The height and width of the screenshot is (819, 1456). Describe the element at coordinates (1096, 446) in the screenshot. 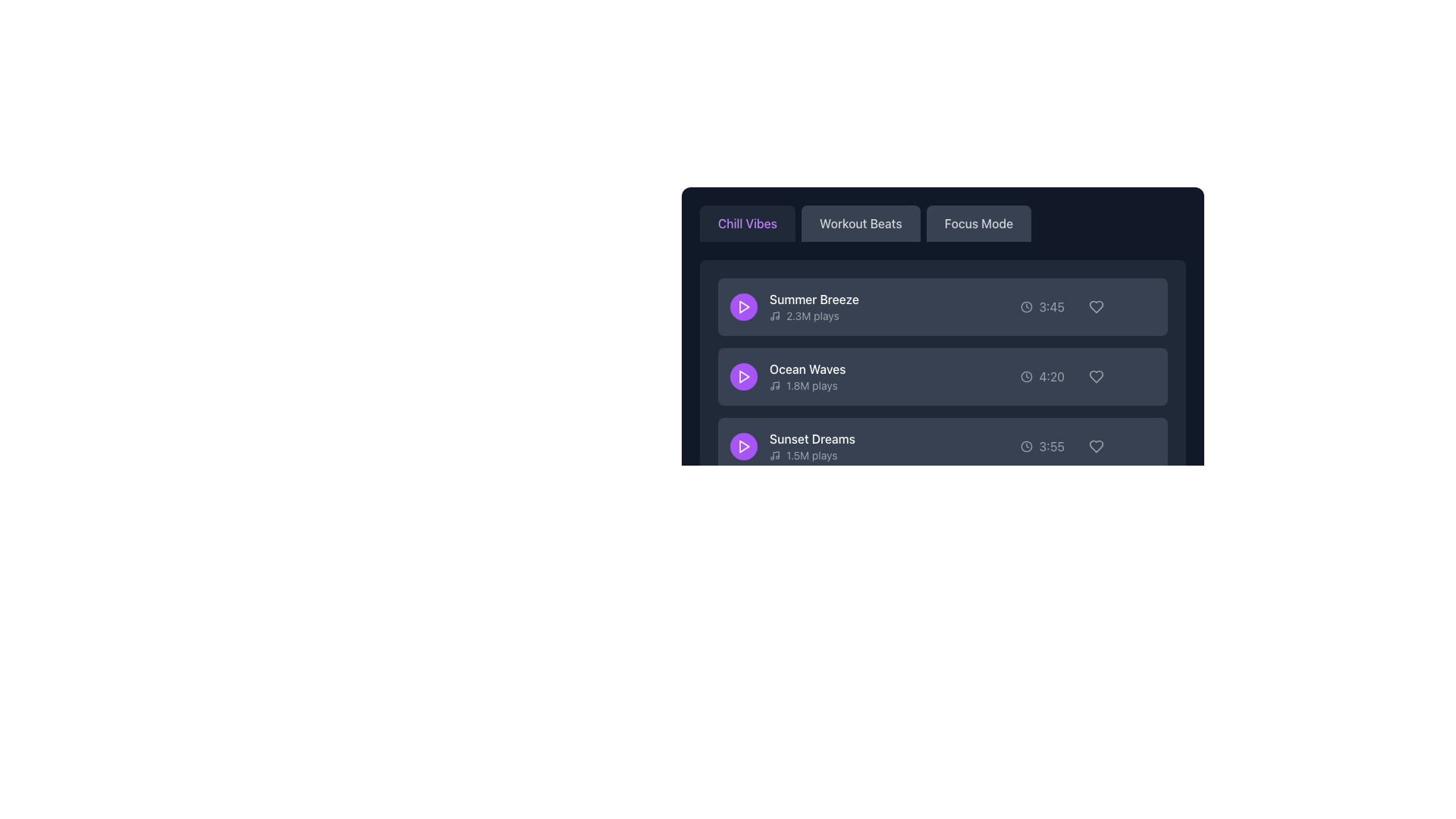

I see `the third heart icon at the end of the row for the music track 'Sunset Dreams' to favorite the item` at that location.